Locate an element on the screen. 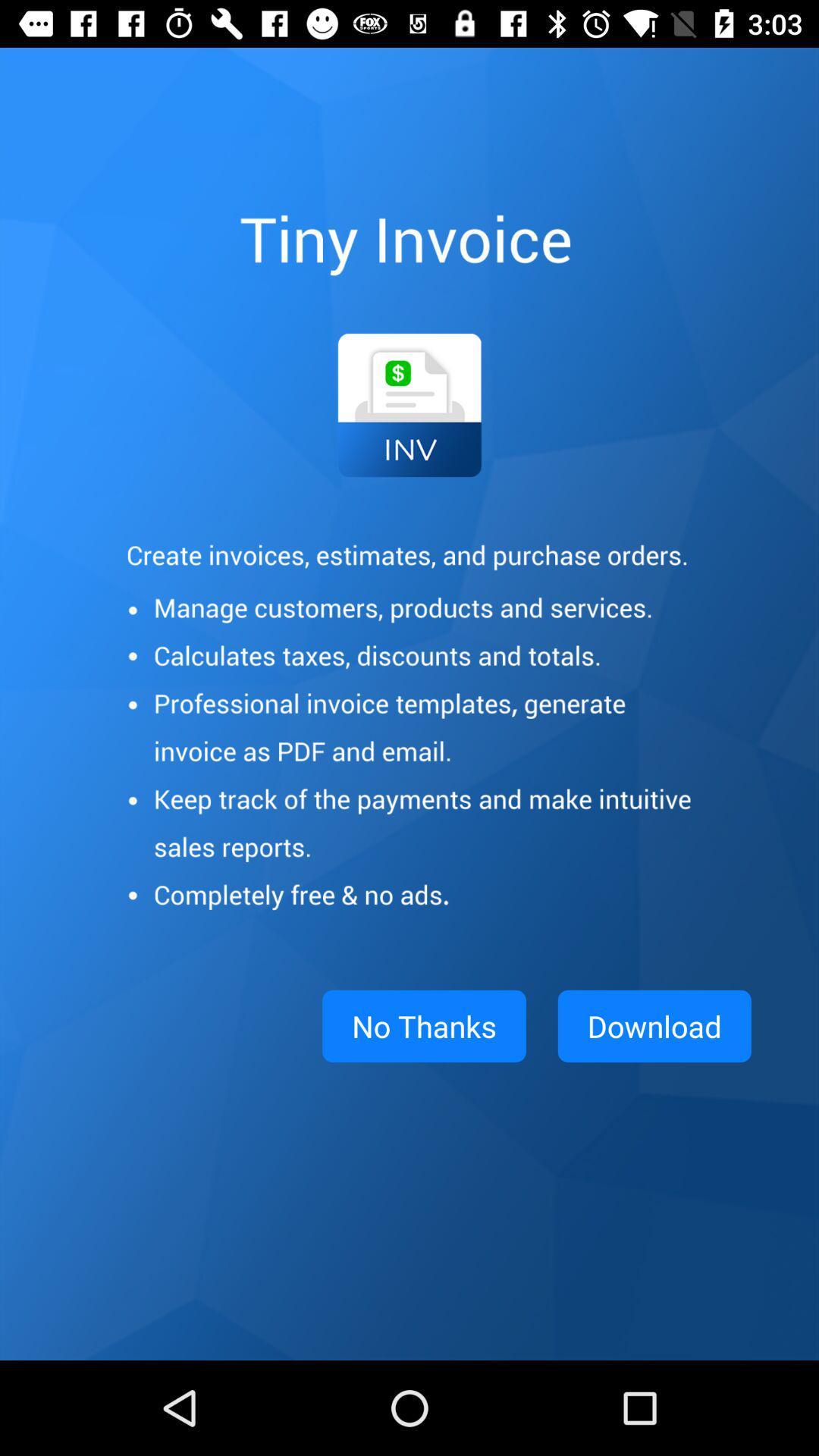 Image resolution: width=819 pixels, height=1456 pixels. the download item is located at coordinates (654, 1026).